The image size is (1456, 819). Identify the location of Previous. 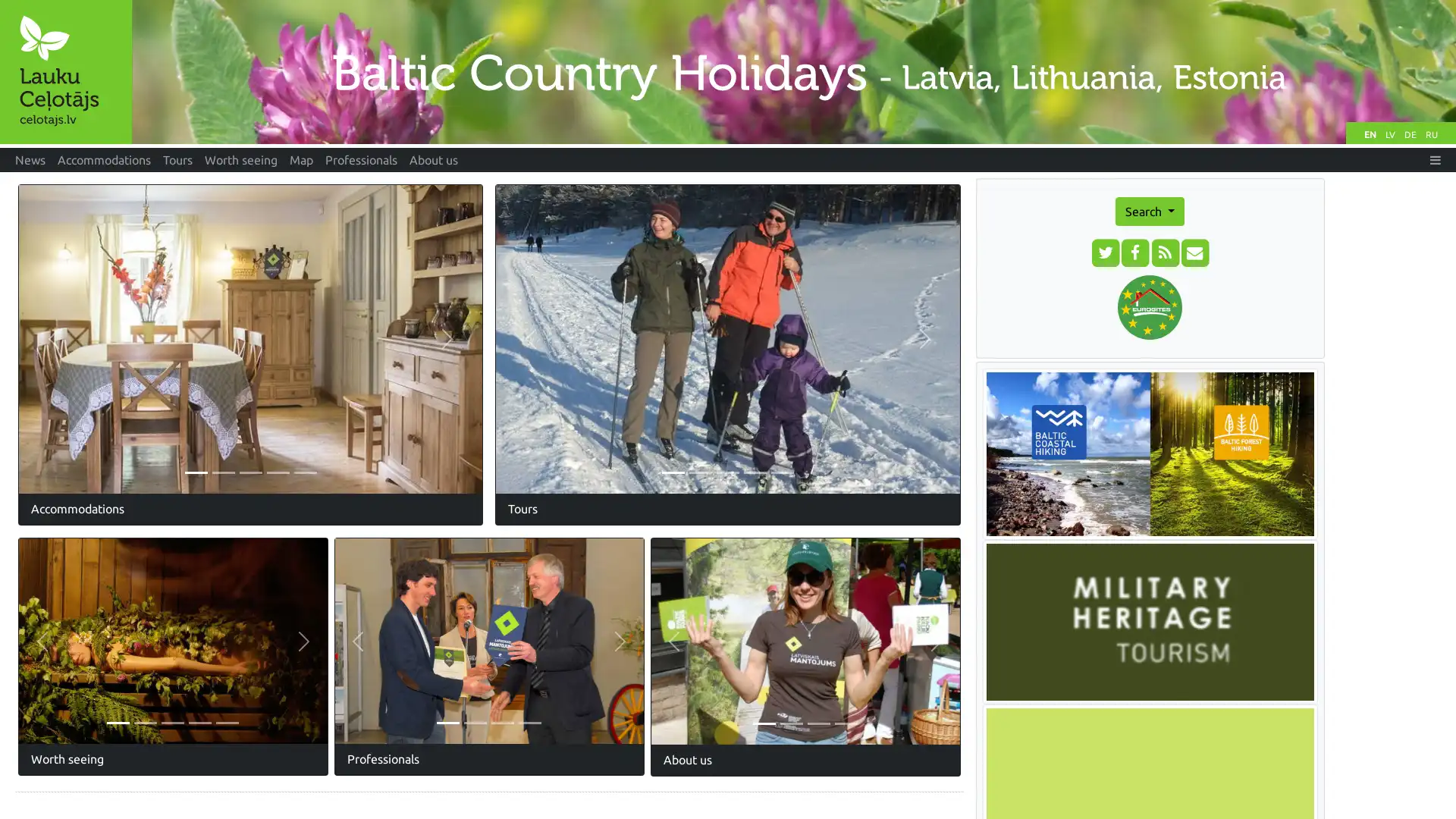
(531, 338).